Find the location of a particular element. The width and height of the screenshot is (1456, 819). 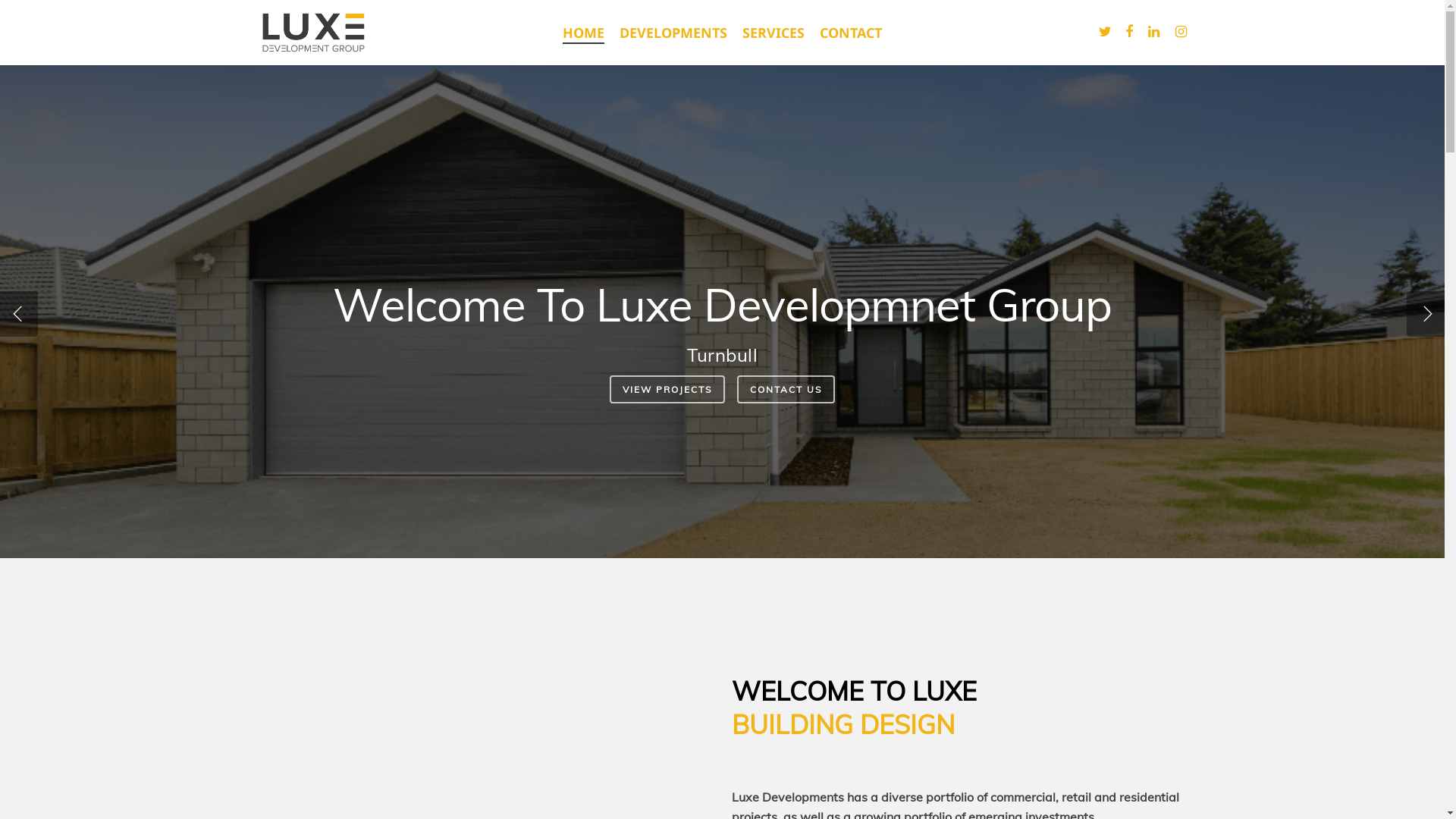

'DEVELOPMENTS' is located at coordinates (673, 32).